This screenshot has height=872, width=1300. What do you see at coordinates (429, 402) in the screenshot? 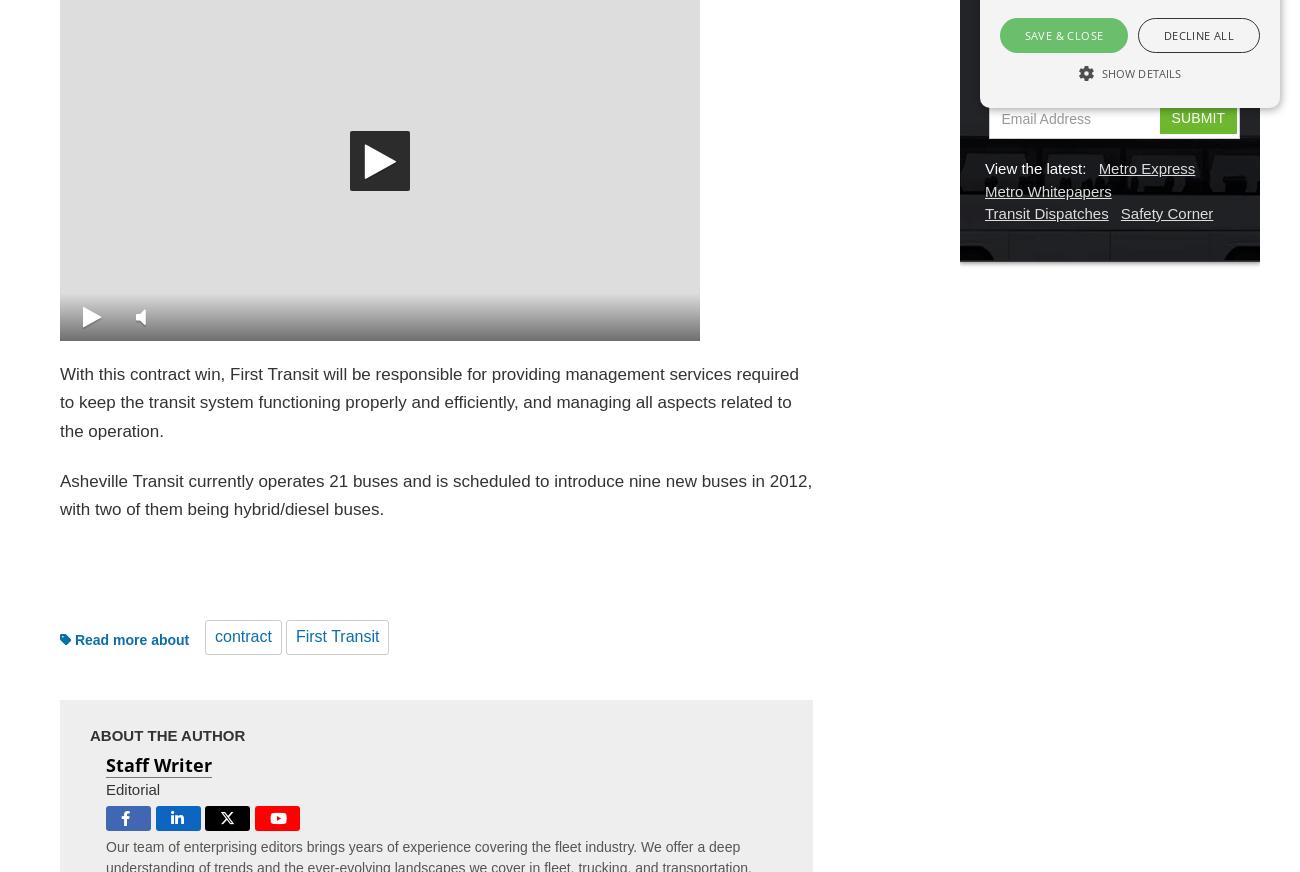
I see `'With this contract win, First Transit will be responsible for providing management services required to keep the transit system functioning properly and efficiently, and managing all aspects related to the operation.'` at bounding box center [429, 402].